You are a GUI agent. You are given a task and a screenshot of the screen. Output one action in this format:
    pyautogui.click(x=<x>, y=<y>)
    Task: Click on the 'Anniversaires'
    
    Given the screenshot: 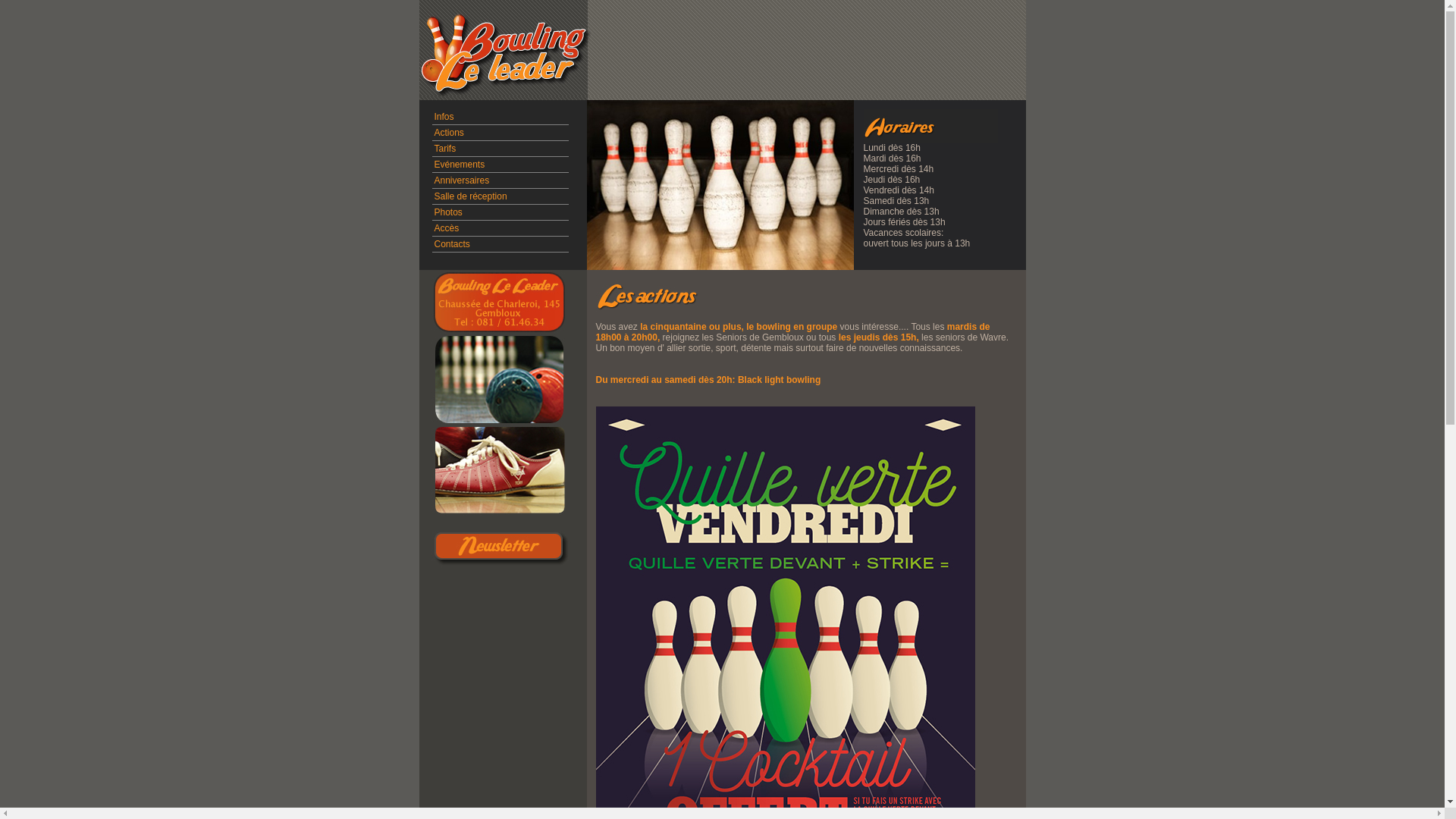 What is the action you would take?
    pyautogui.click(x=460, y=180)
    